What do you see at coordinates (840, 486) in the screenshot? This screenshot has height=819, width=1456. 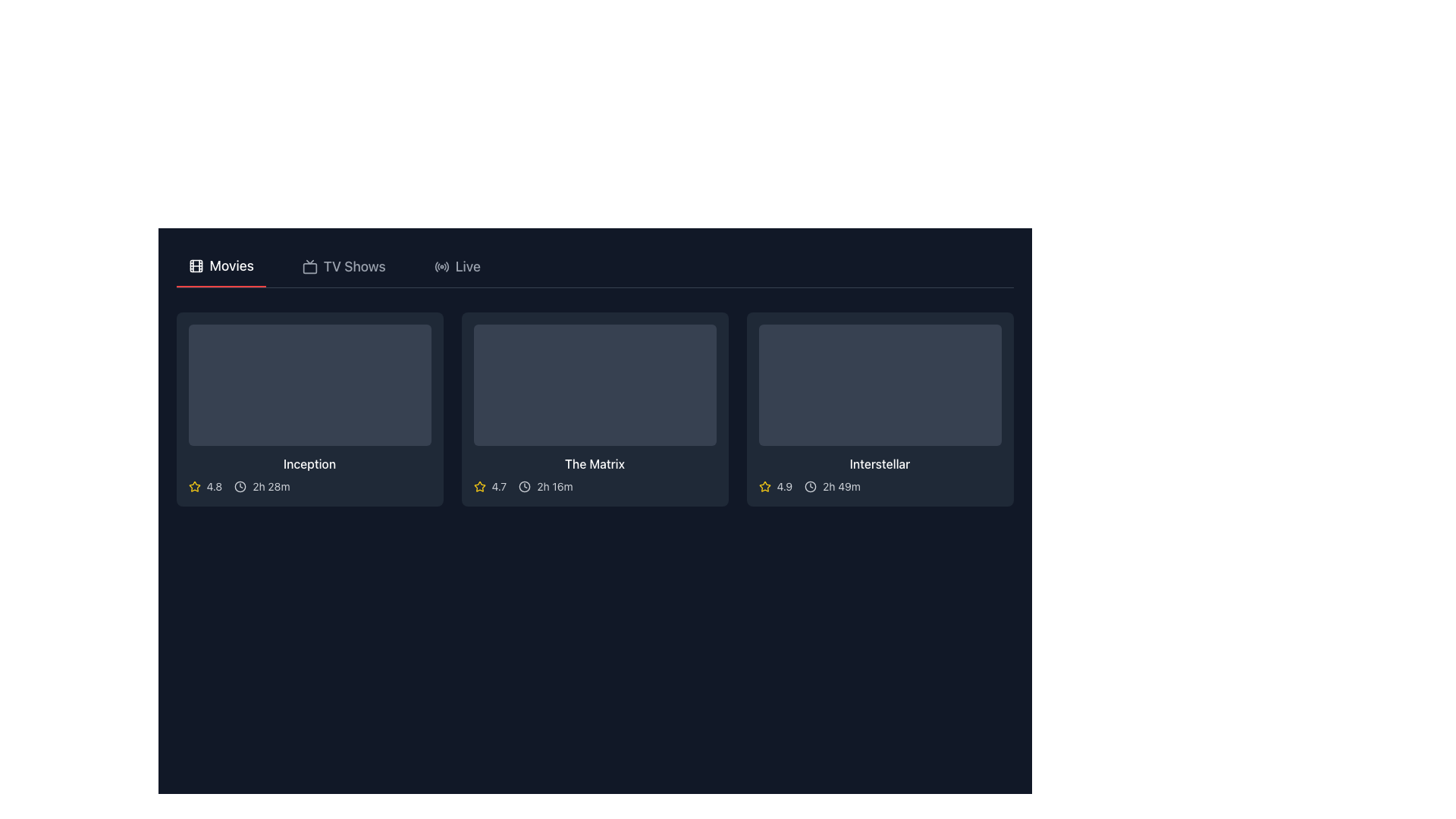 I see `the text label indicating the duration of the movie 'Interstellar', which is located in the lower section of the movie card, positioned to the right of the clock icon` at bounding box center [840, 486].